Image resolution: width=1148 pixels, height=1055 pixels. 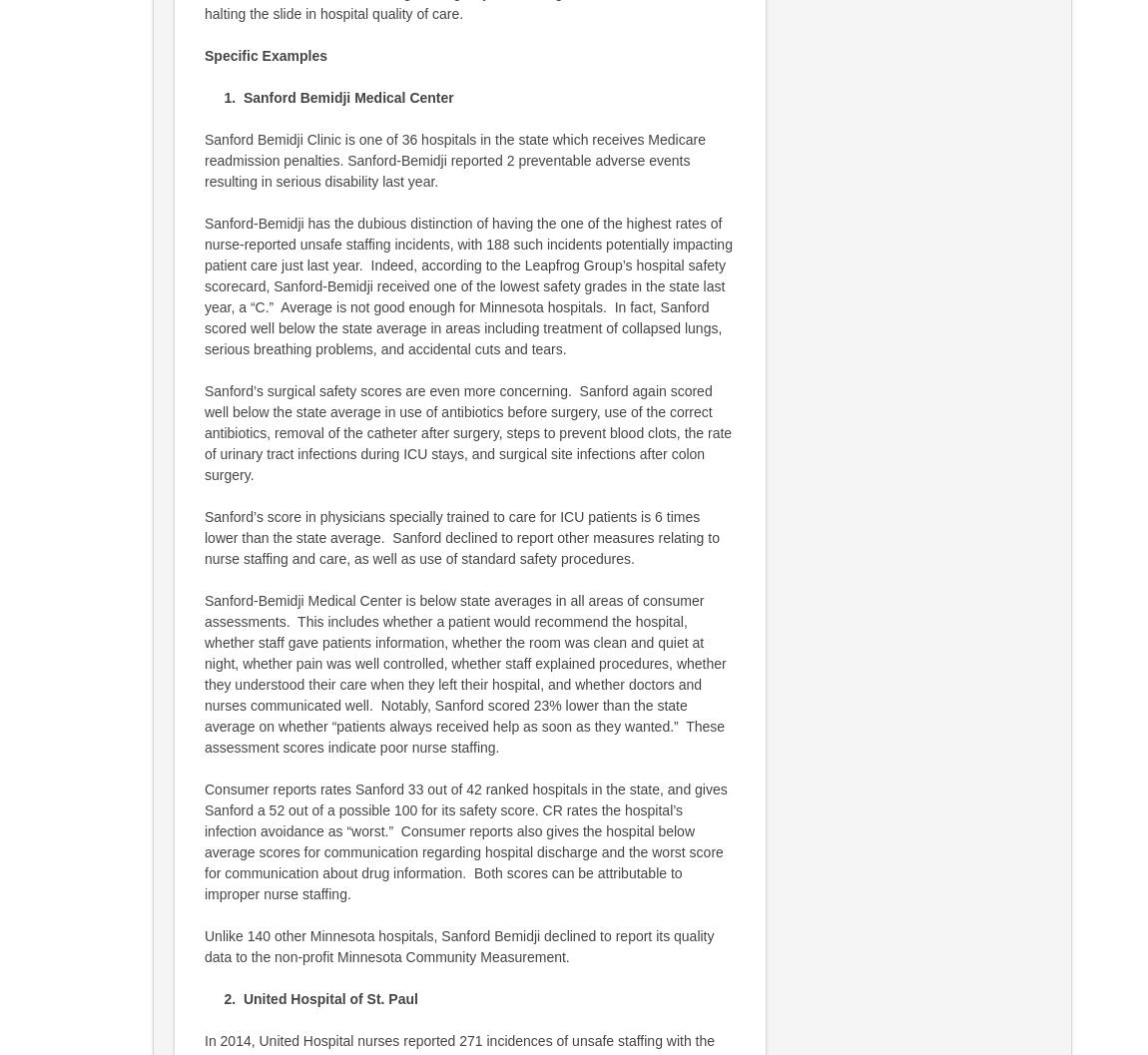 What do you see at coordinates (467, 430) in the screenshot?
I see `'Sanford’s surgical safety scores are even more concerning.  Sanford again scored well below the state average in use of antibiotics before surgery, use of the correct antibiotics, removal of the catheter after surgery, steps to prevent blood clots, the rate of urinary tract infections during ICU stays, and surgical site infections after colon surgery.'` at bounding box center [467, 430].